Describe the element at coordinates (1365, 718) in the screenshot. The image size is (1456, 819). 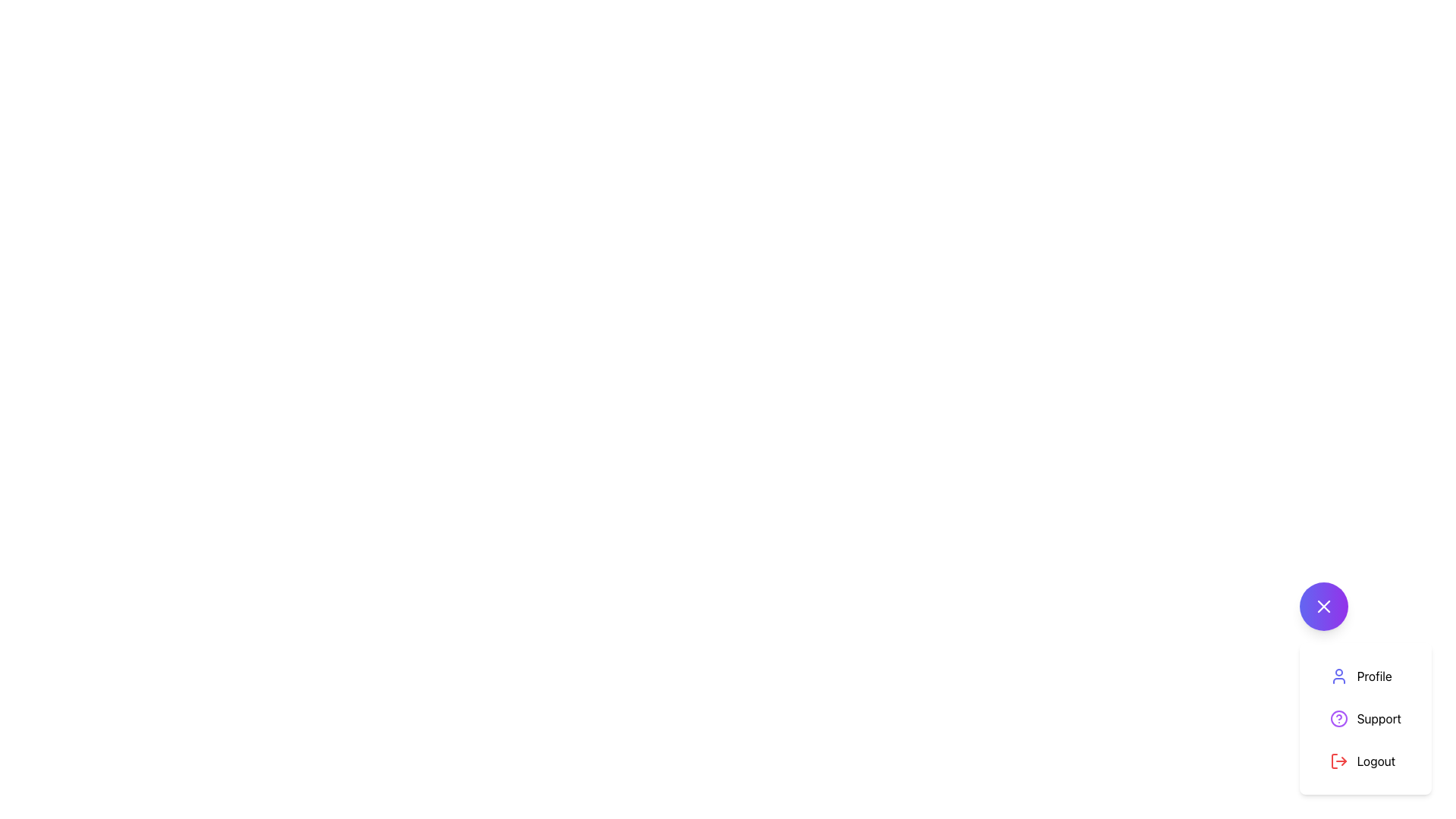
I see `the 'Support' menu item, which is the second option in the vertical menu located at the bottom-right of the interface` at that location.